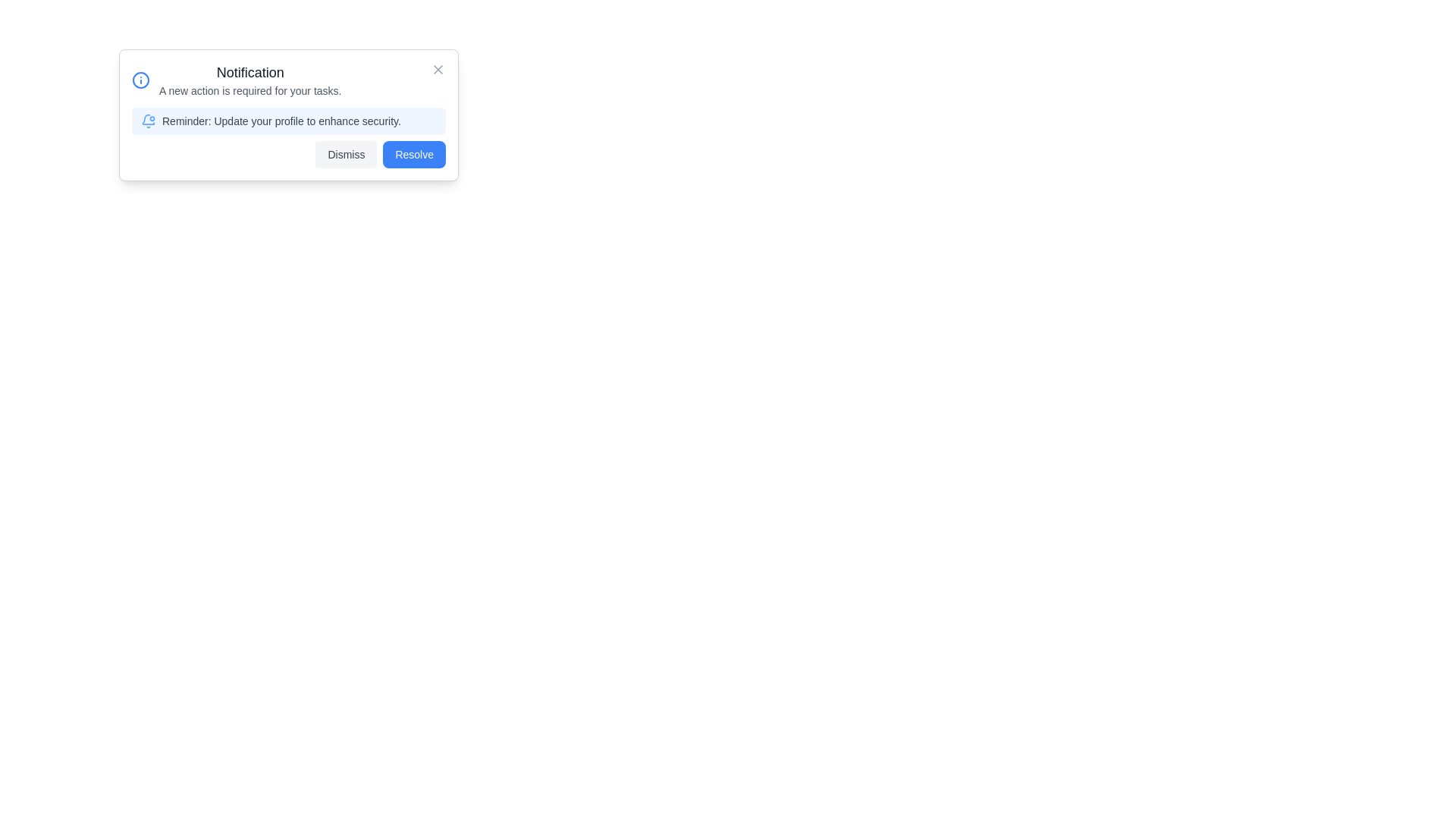 This screenshot has height=819, width=1456. I want to click on the 'Dismiss' button with rounded corners and a light gray background, so click(345, 155).